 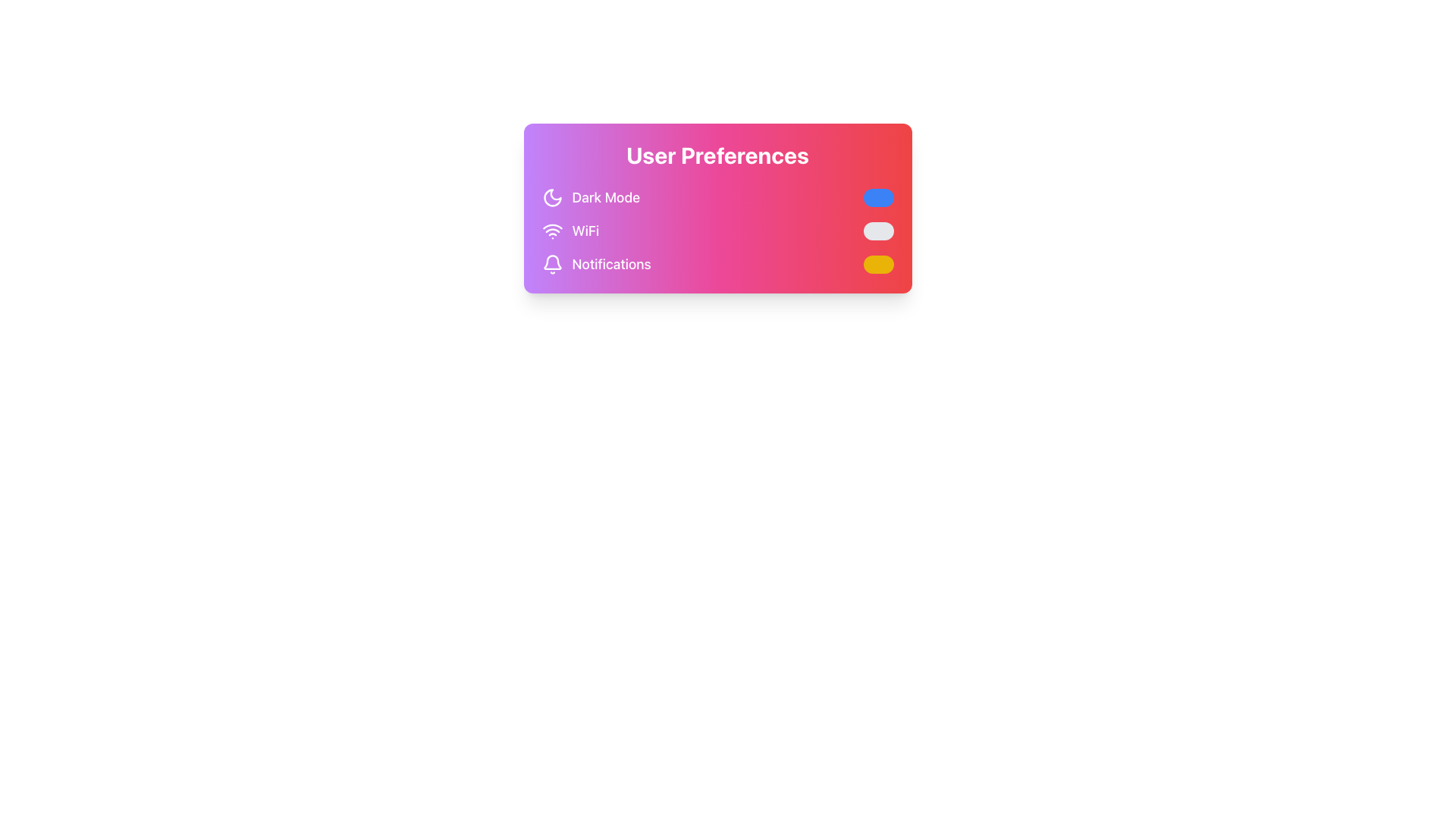 What do you see at coordinates (570, 231) in the screenshot?
I see `the associated WiFi icon visually` at bounding box center [570, 231].